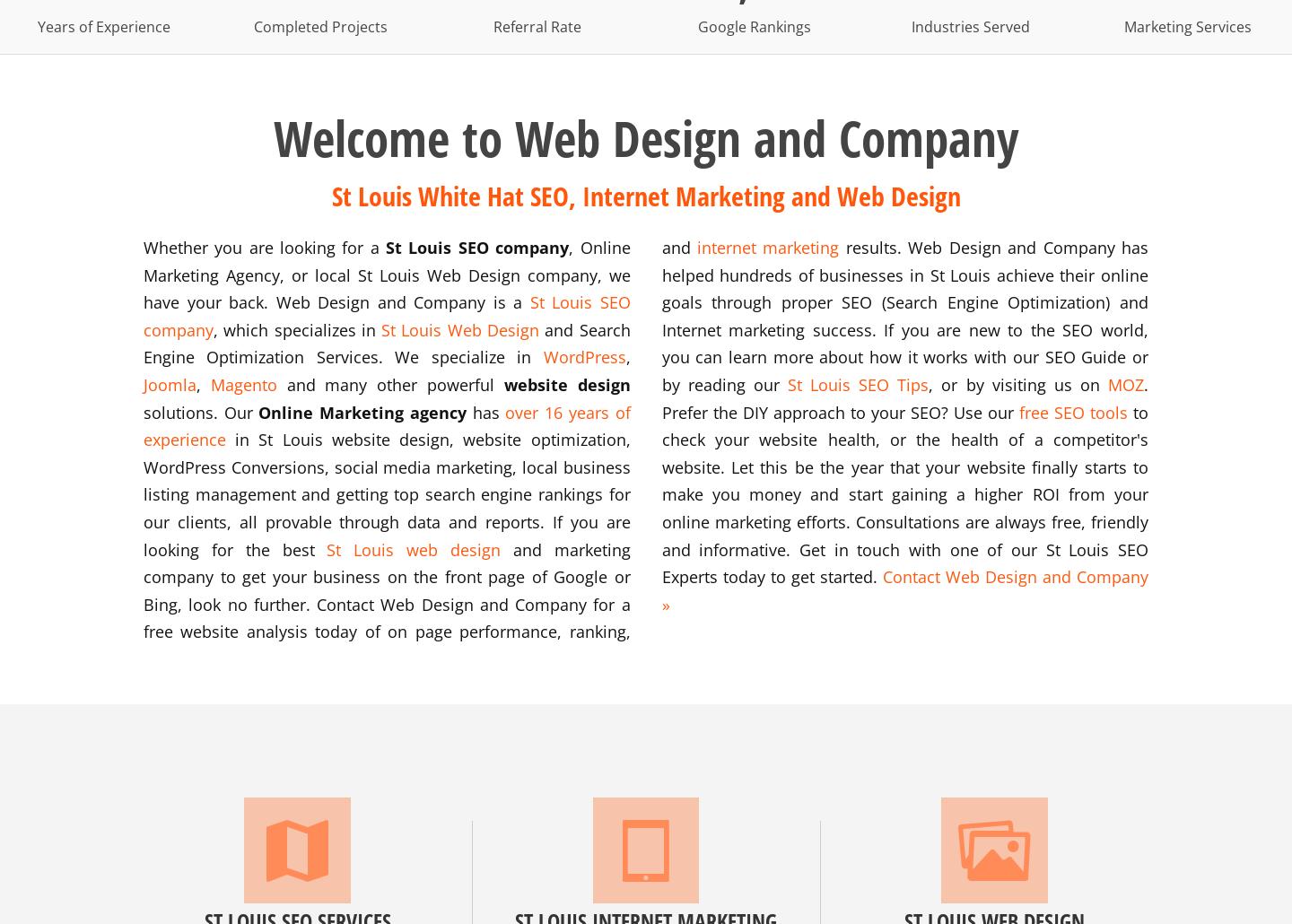 The width and height of the screenshot is (1292, 924). Describe the element at coordinates (645, 196) in the screenshot. I see `'St Louis White Hat SEO, Internet Marketing and Web Design'` at that location.